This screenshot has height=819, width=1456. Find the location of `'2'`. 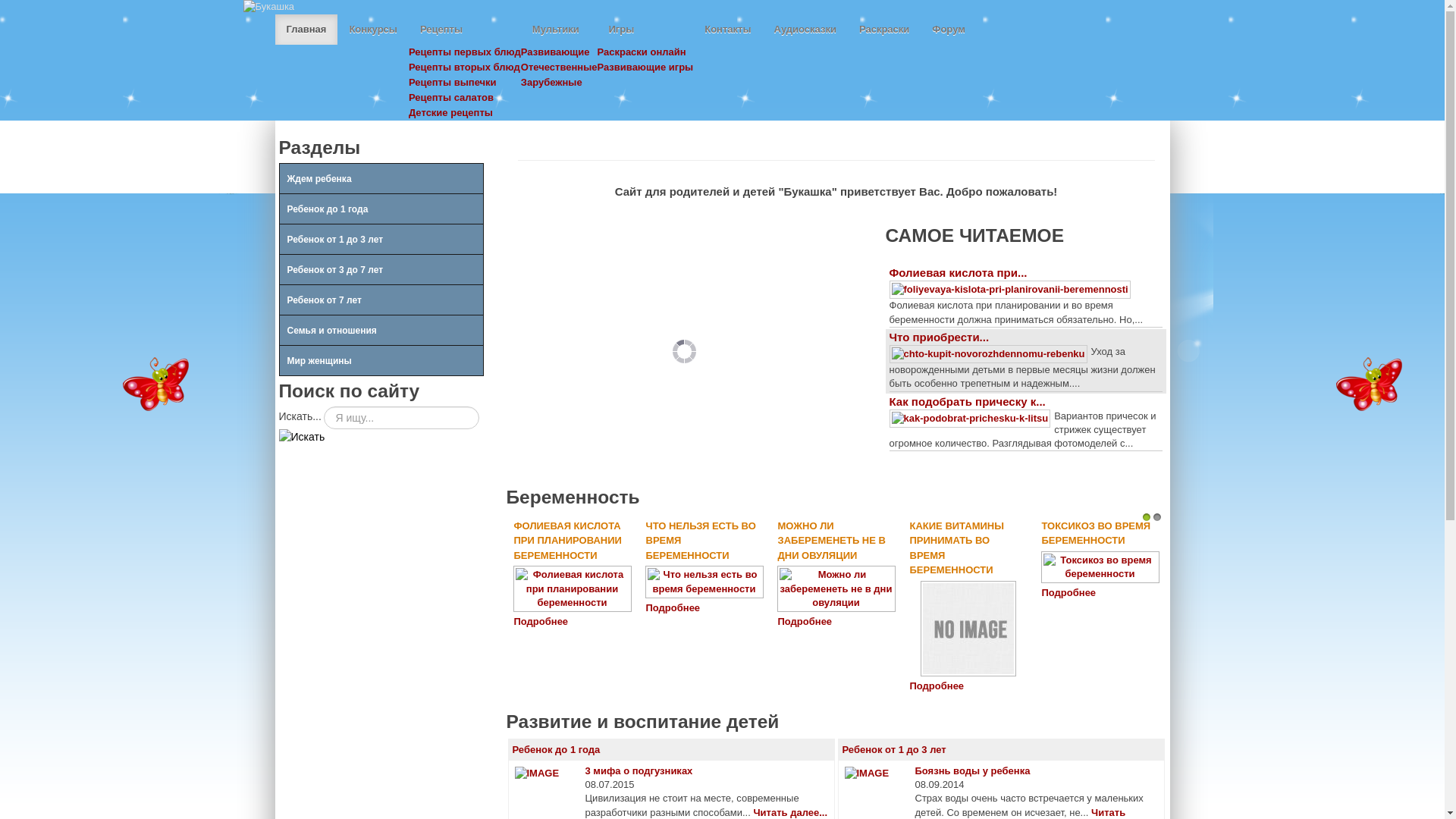

'2' is located at coordinates (1156, 516).